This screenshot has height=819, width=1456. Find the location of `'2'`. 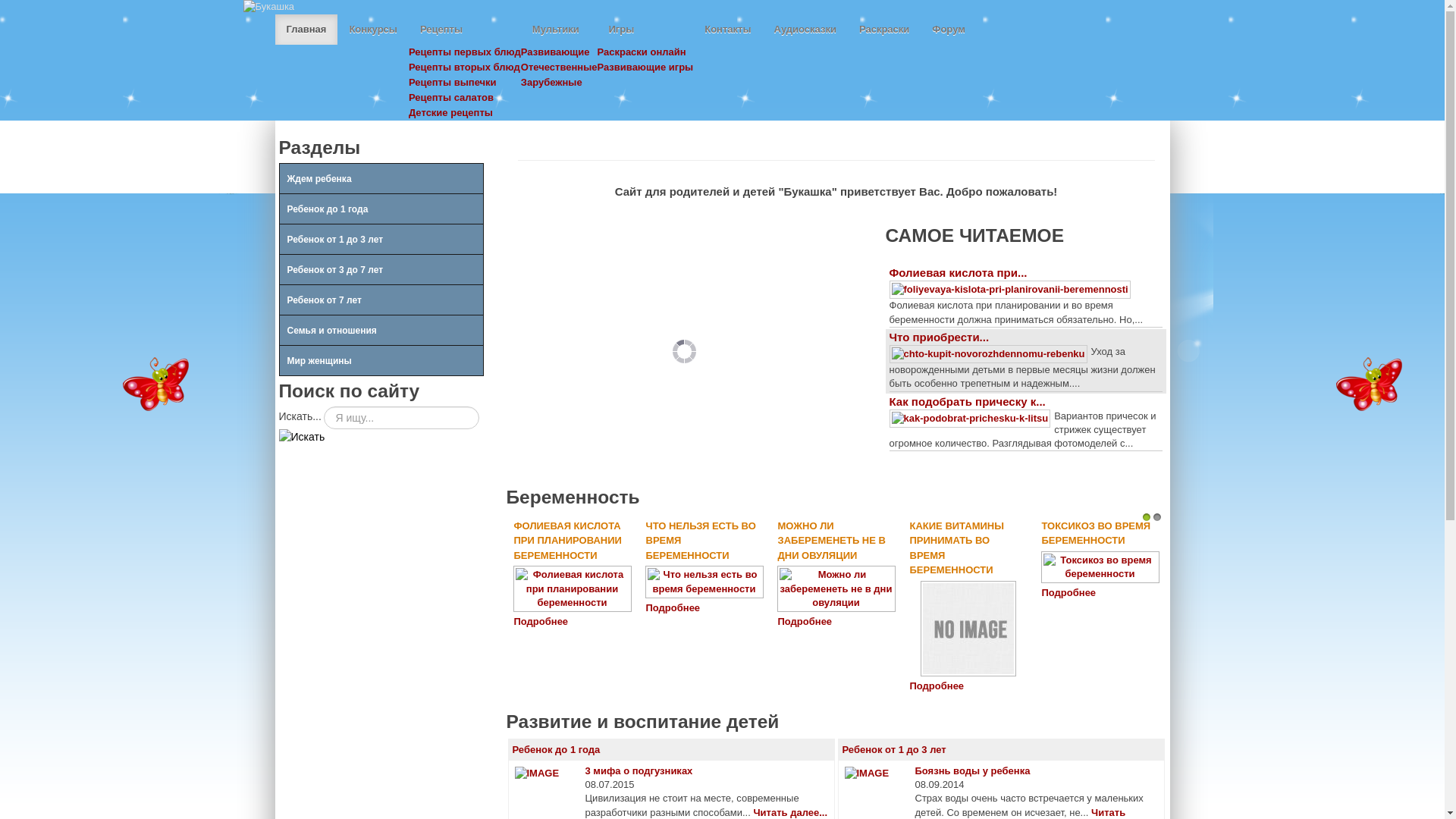

'2' is located at coordinates (1156, 516).